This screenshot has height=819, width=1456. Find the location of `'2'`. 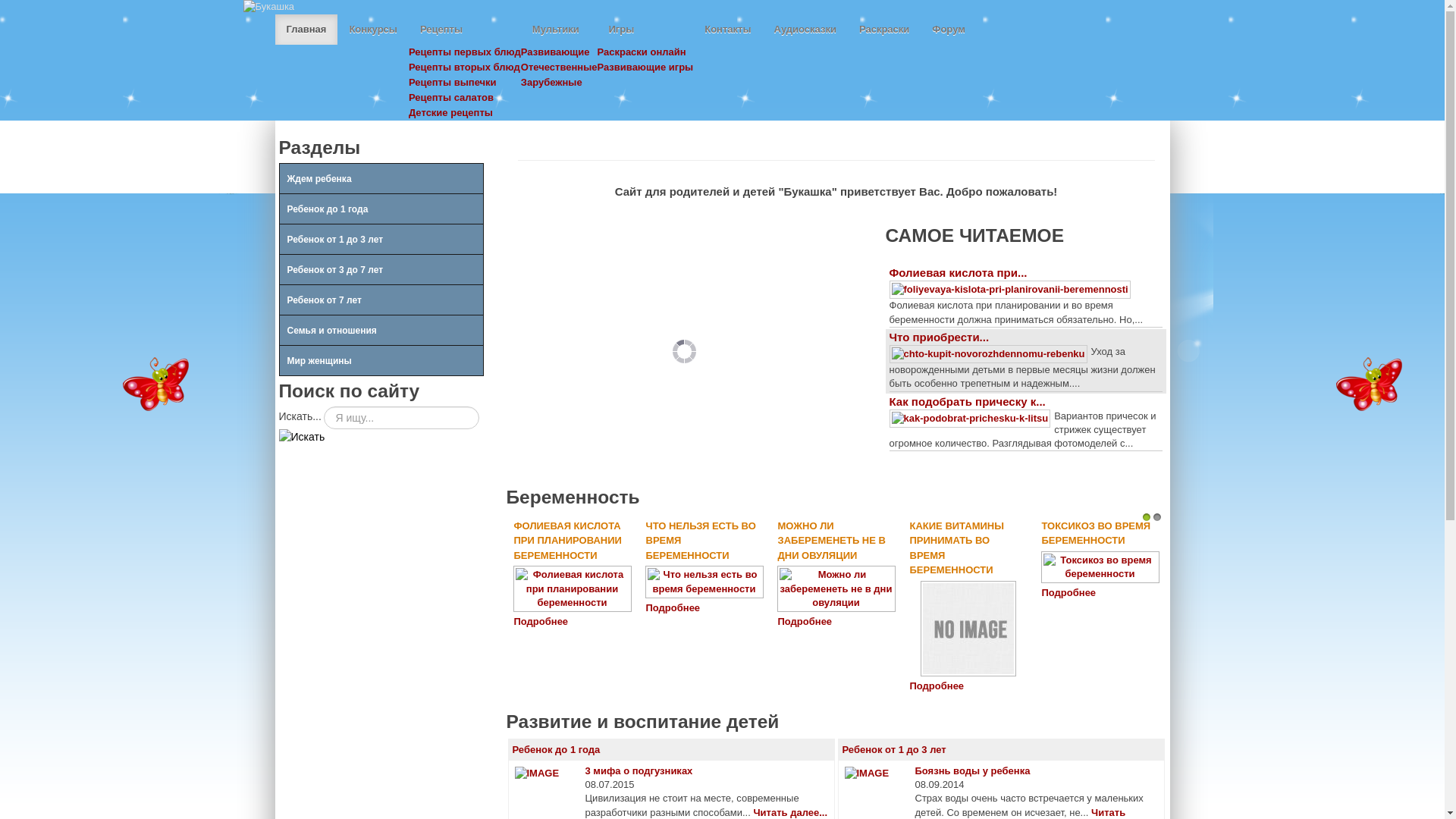

'2' is located at coordinates (1156, 516).